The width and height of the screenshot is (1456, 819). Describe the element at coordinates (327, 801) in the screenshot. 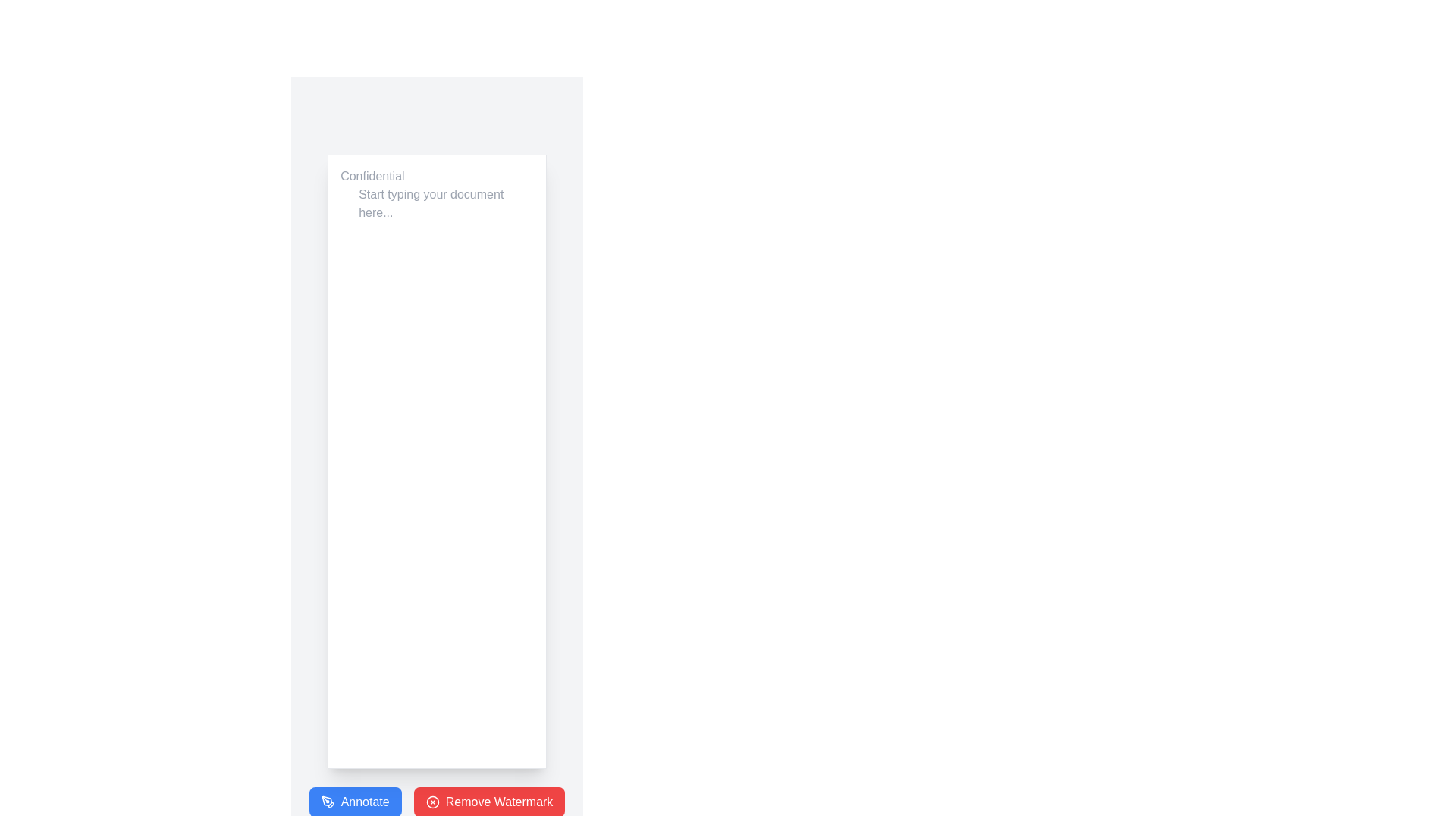

I see `the 'Annotate' button located at the bottom-left corner of the interface, which contains the icon for the annotate functionality` at that location.